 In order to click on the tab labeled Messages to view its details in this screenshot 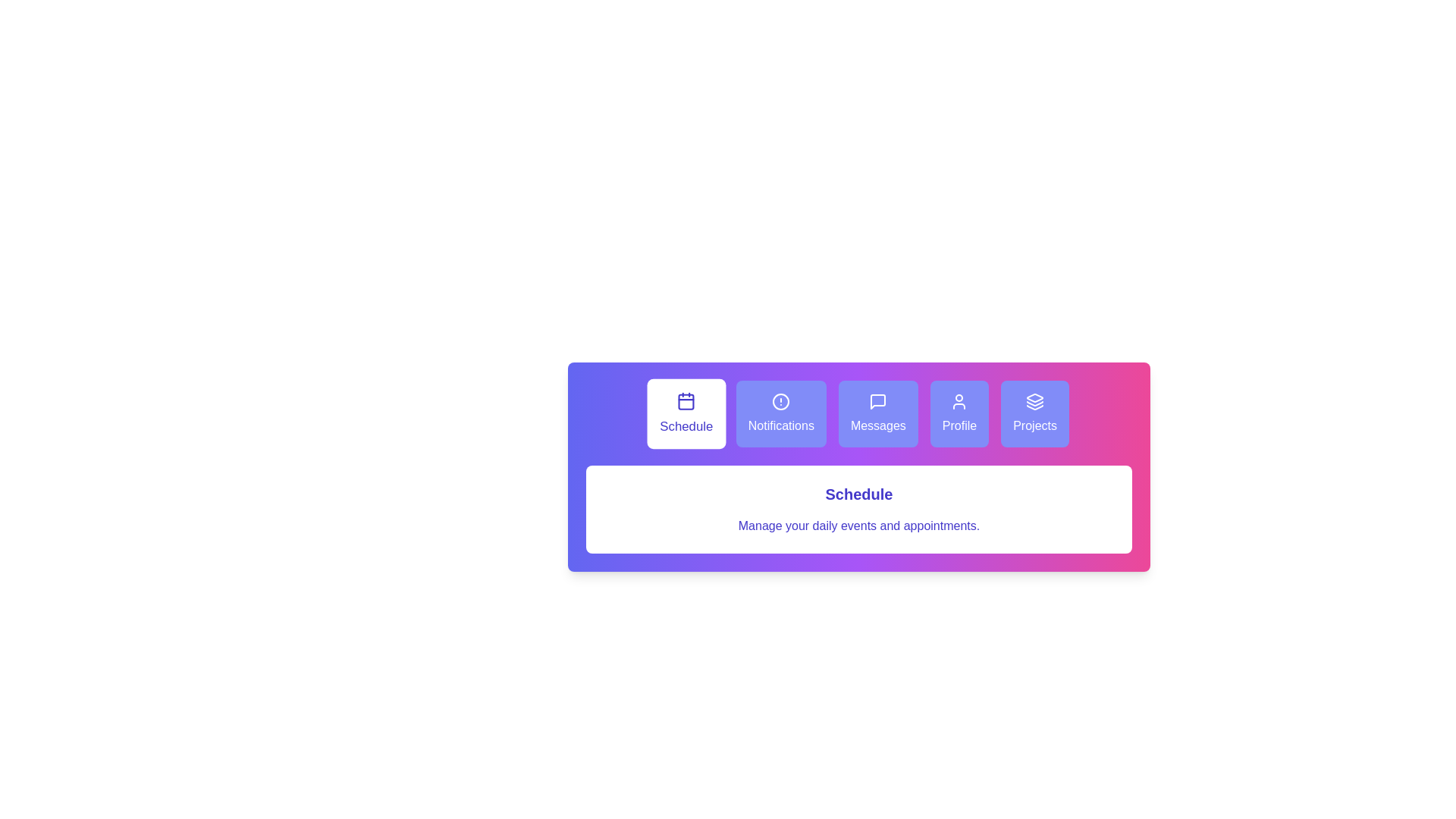, I will do `click(877, 414)`.